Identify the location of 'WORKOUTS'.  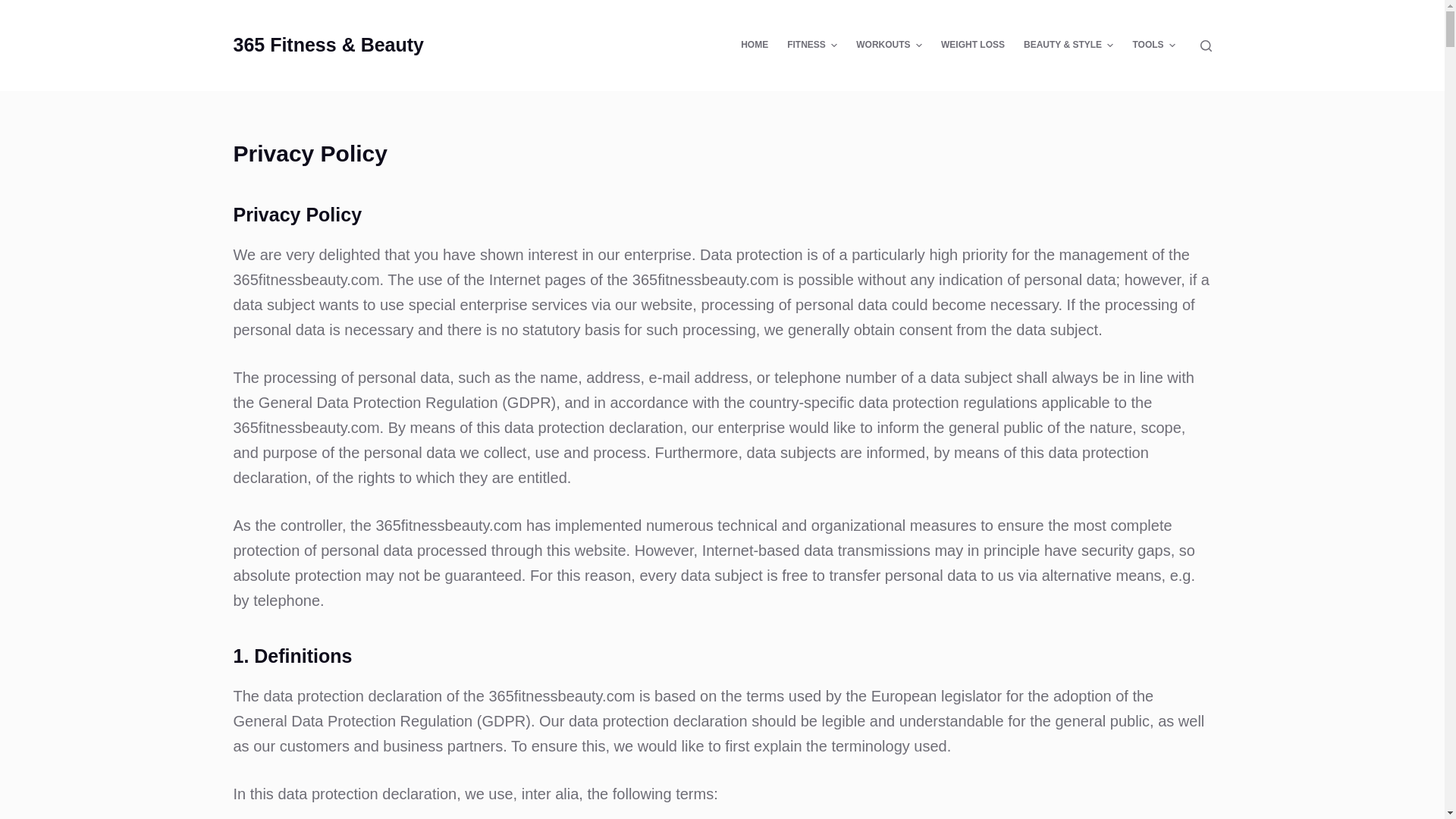
(889, 45).